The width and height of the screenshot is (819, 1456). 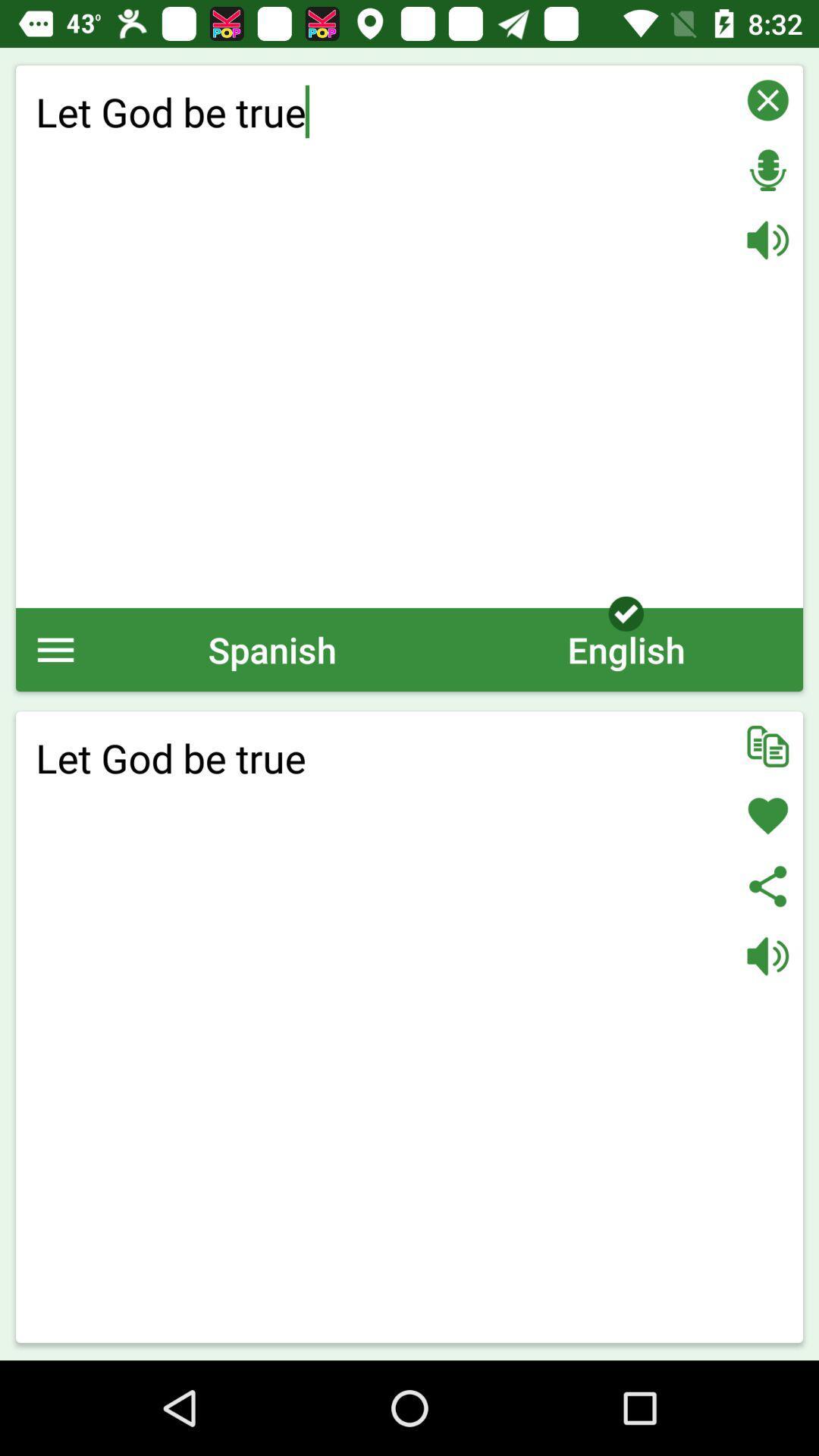 What do you see at coordinates (271, 649) in the screenshot?
I see `icon to the left of english item` at bounding box center [271, 649].